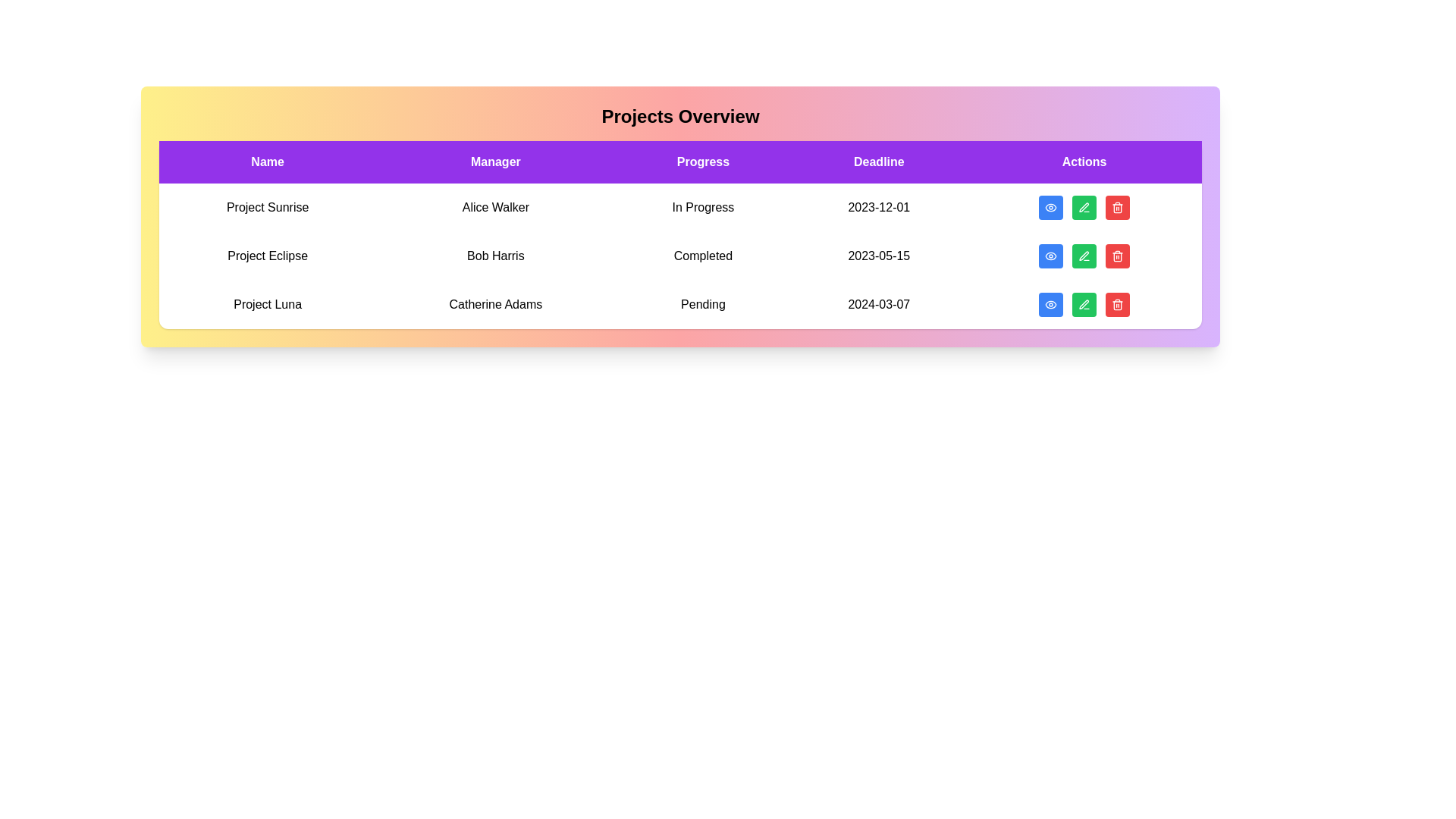 Image resolution: width=1456 pixels, height=819 pixels. Describe the element at coordinates (1118, 304) in the screenshot. I see `delete button for the project named Project Luna` at that location.